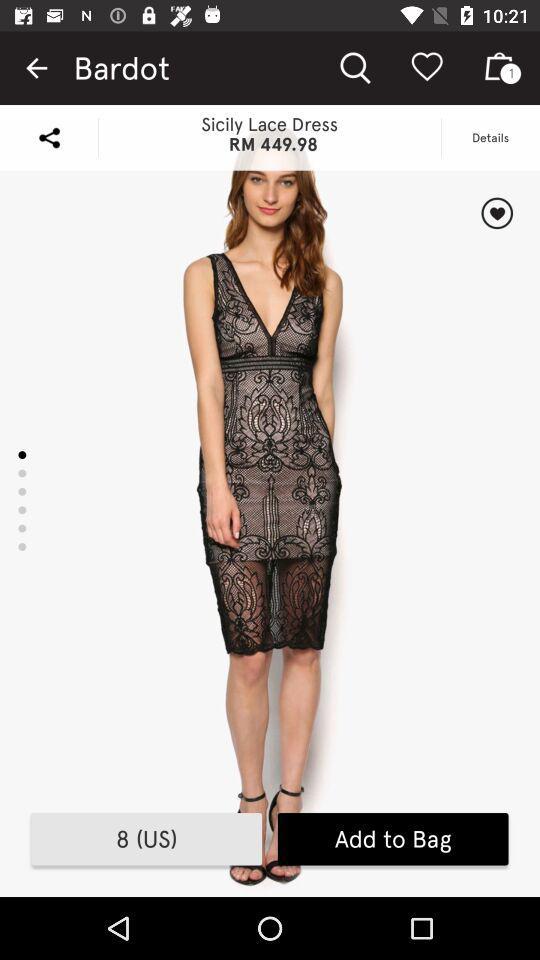  Describe the element at coordinates (49, 136) in the screenshot. I see `share the article` at that location.